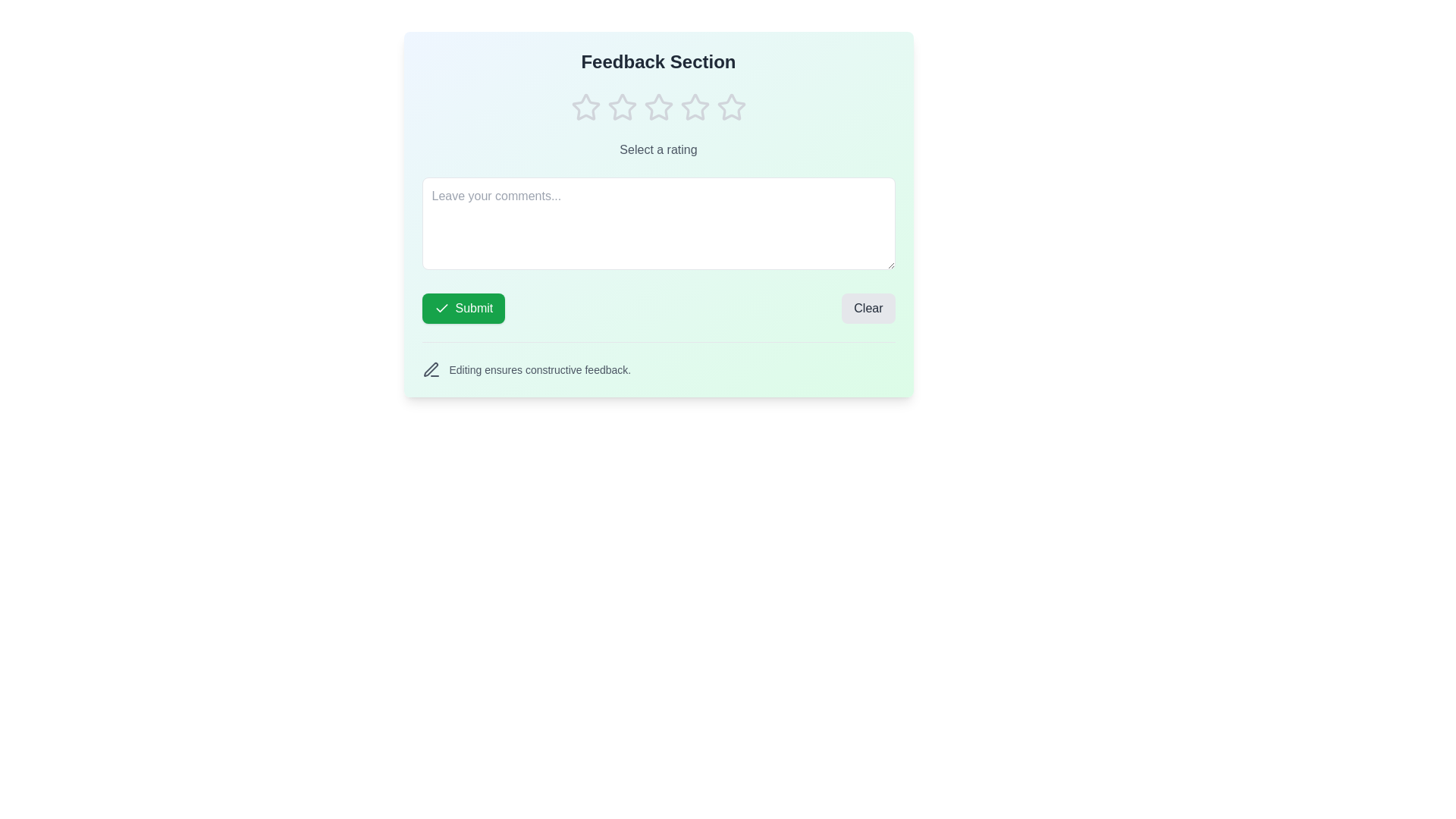  Describe the element at coordinates (731, 107) in the screenshot. I see `the fifth star icon in the row of rating stars below the 'Feedback Section' title` at that location.